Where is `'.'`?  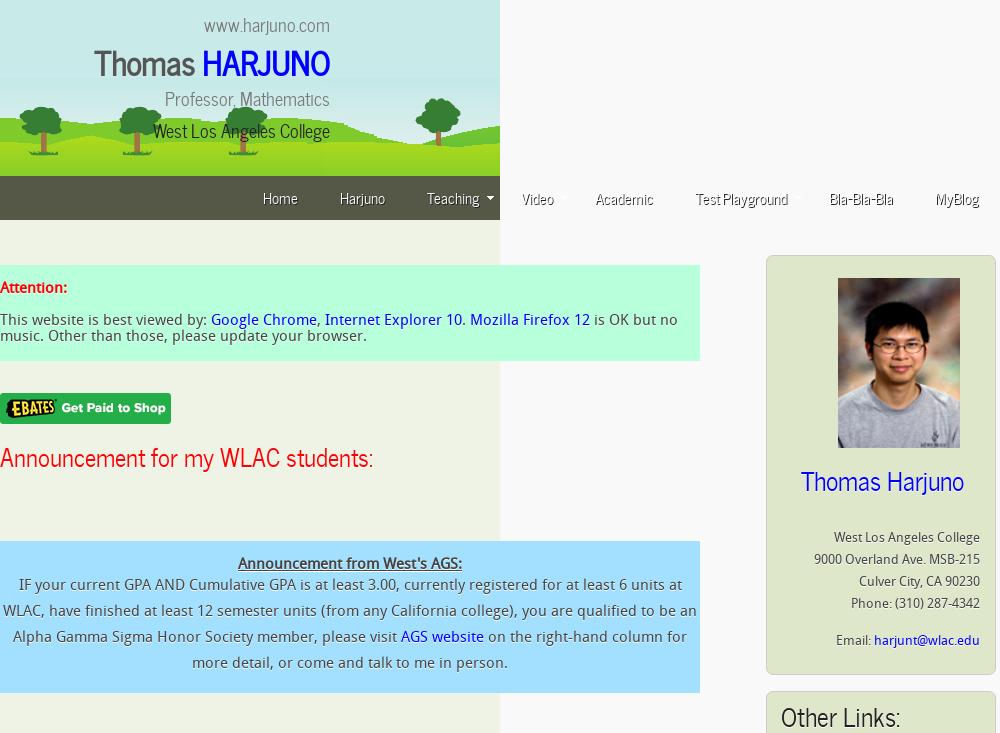 '.' is located at coordinates (461, 319).